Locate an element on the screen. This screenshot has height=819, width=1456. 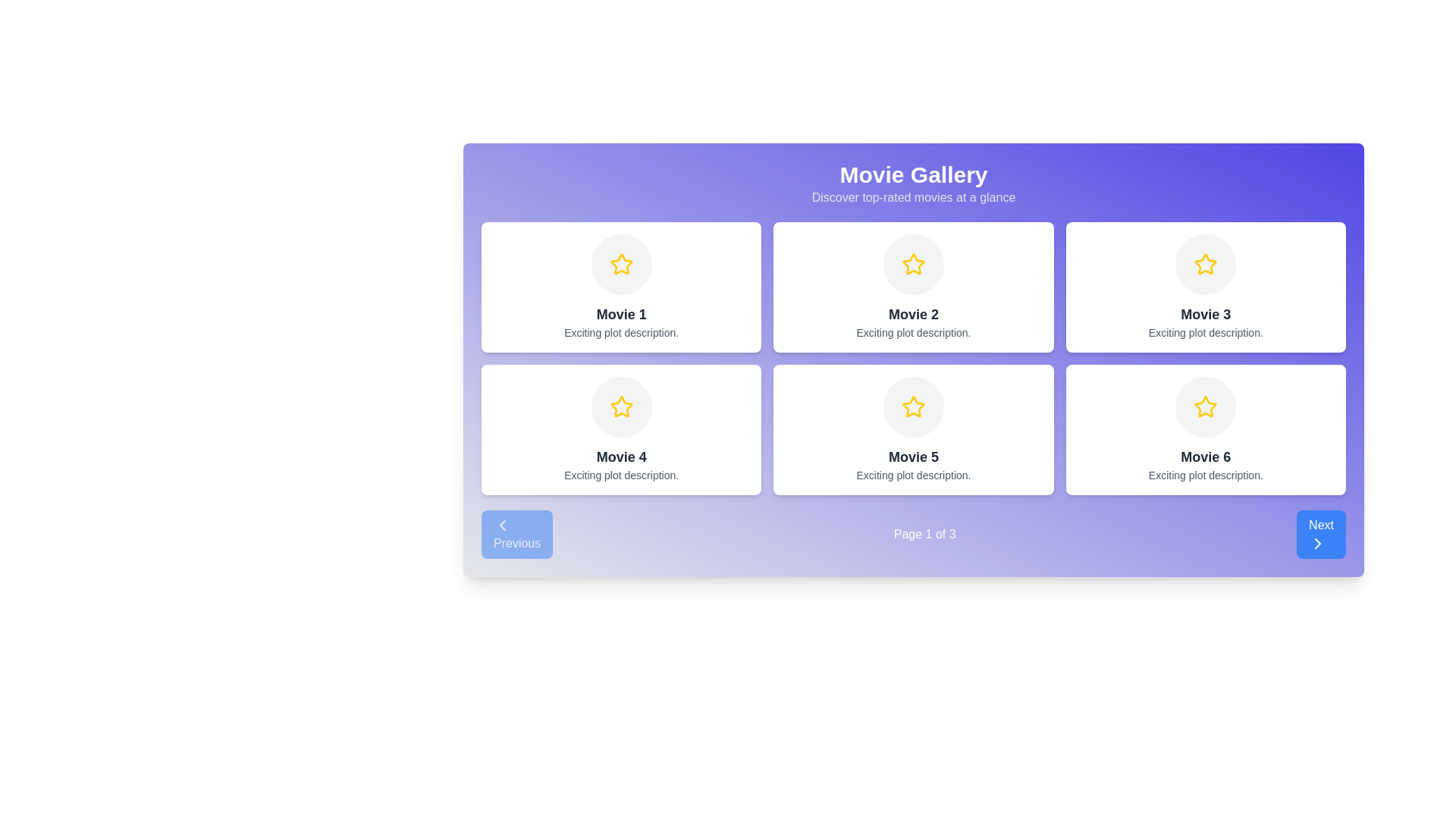
the Text Label that serves as the title of the movie displayed in the card for 'Movie 4', located in the second row, first column of a grid layout, above the plot description and below the rating icon is located at coordinates (621, 456).